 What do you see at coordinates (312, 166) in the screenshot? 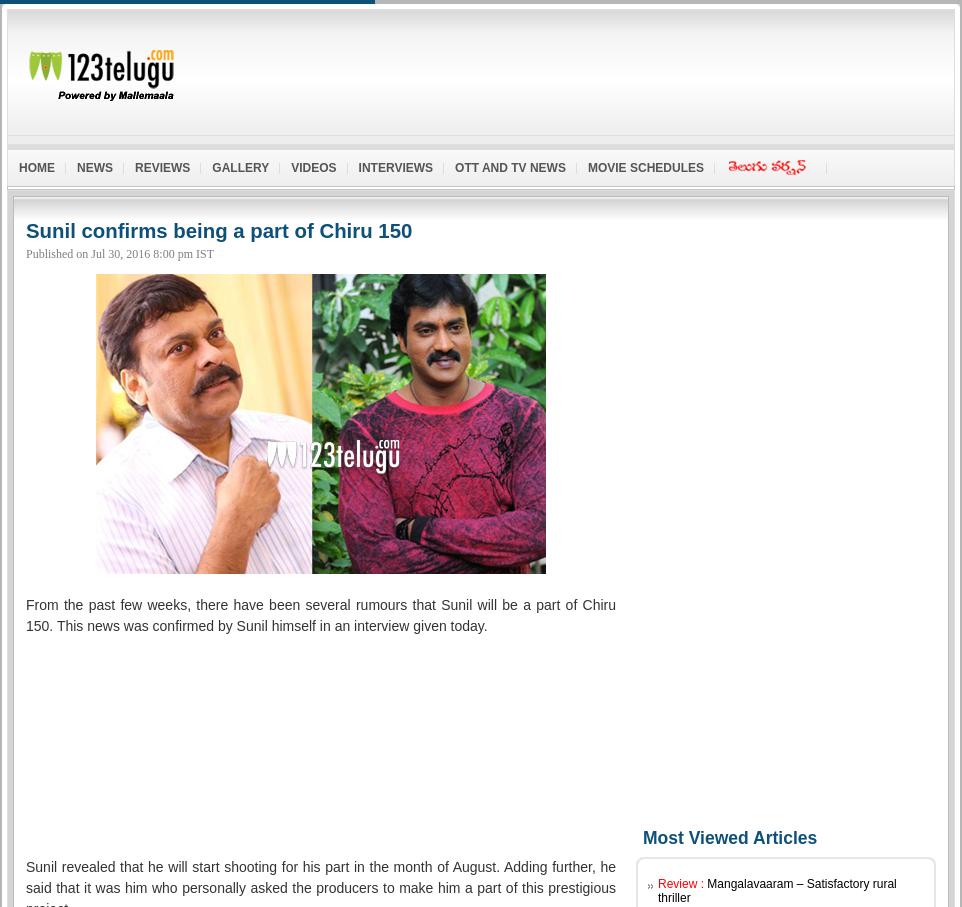
I see `'Videos'` at bounding box center [312, 166].